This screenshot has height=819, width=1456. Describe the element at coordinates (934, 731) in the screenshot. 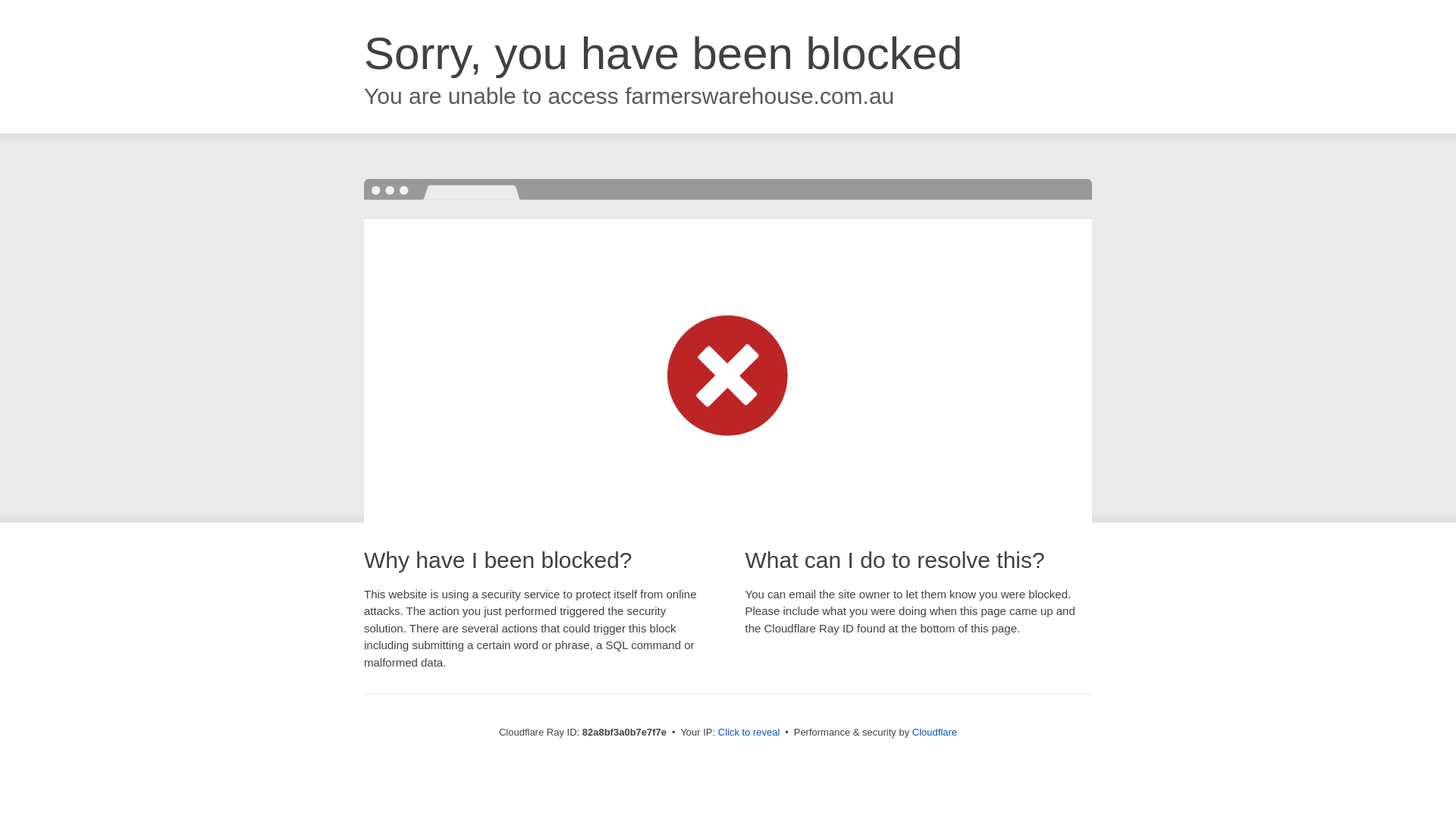

I see `'Cloudflare'` at that location.